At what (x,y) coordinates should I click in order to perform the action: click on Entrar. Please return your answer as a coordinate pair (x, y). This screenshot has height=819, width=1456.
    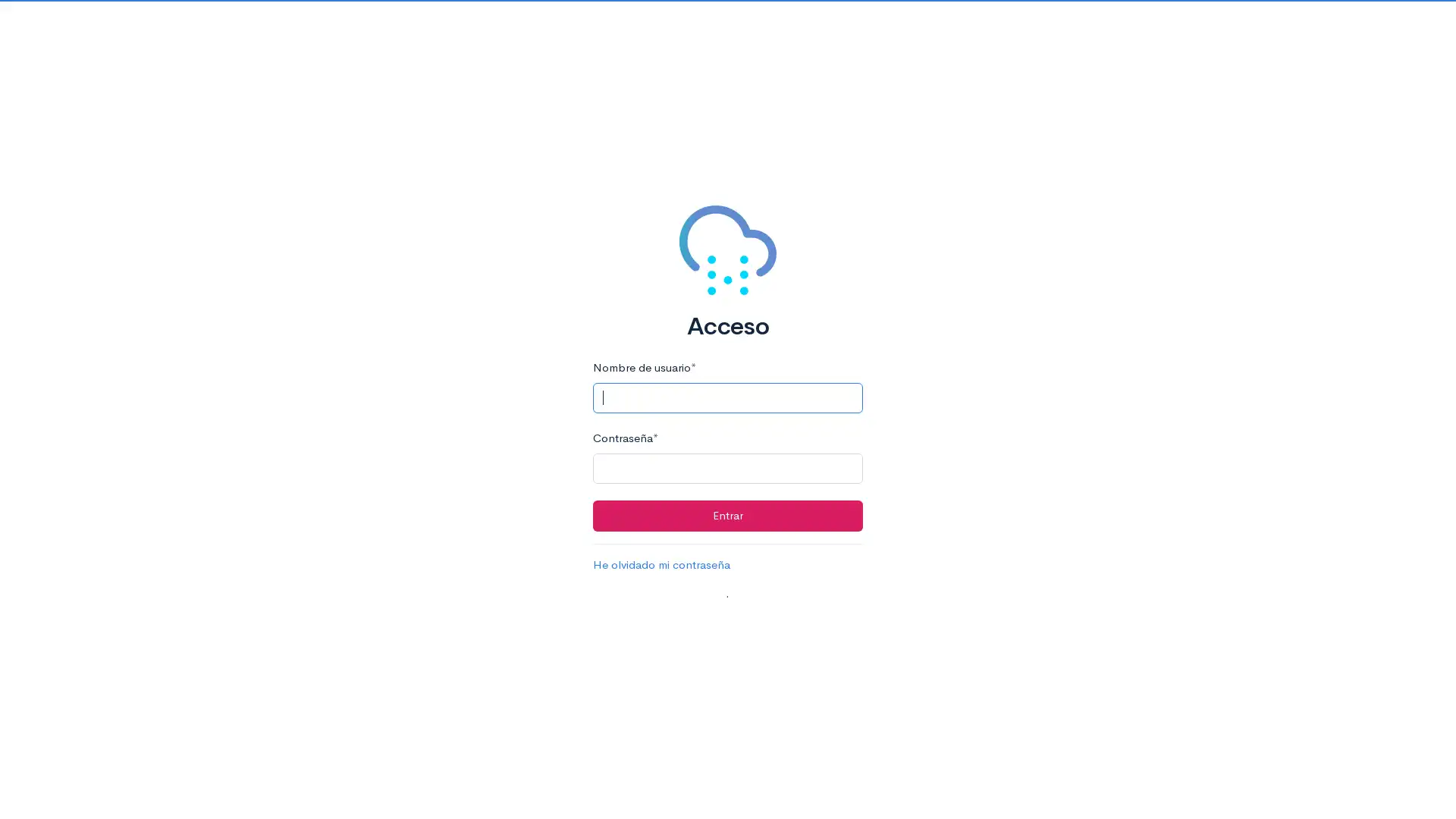
    Looking at the image, I should click on (726, 514).